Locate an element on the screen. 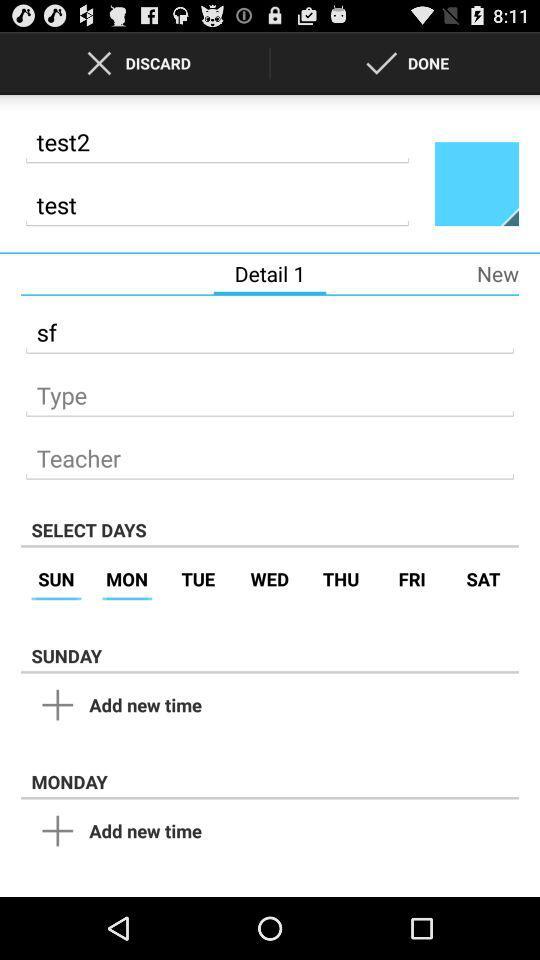 The width and height of the screenshot is (540, 960). the star icon is located at coordinates (475, 196).